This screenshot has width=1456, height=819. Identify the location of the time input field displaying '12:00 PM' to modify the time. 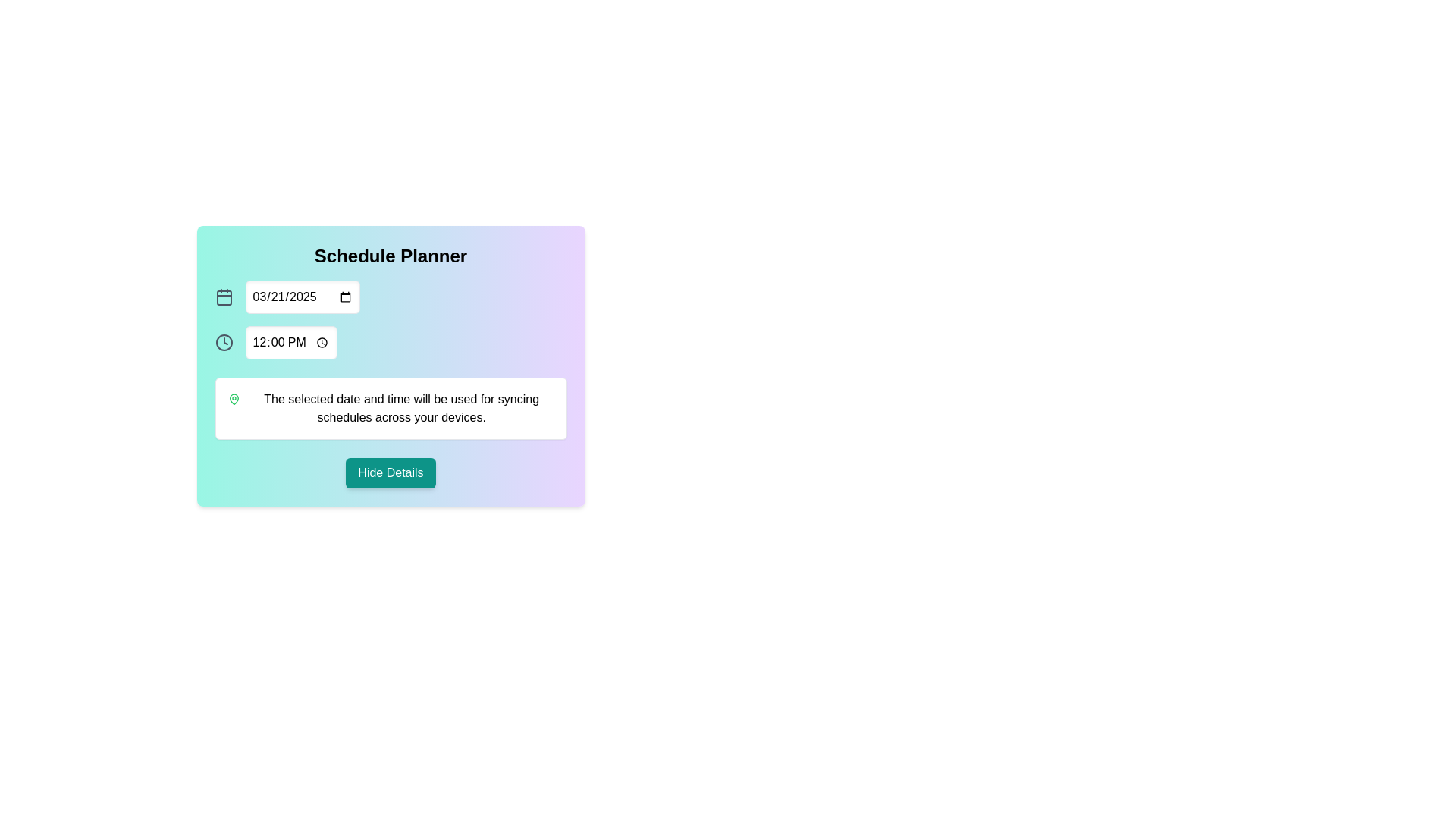
(391, 342).